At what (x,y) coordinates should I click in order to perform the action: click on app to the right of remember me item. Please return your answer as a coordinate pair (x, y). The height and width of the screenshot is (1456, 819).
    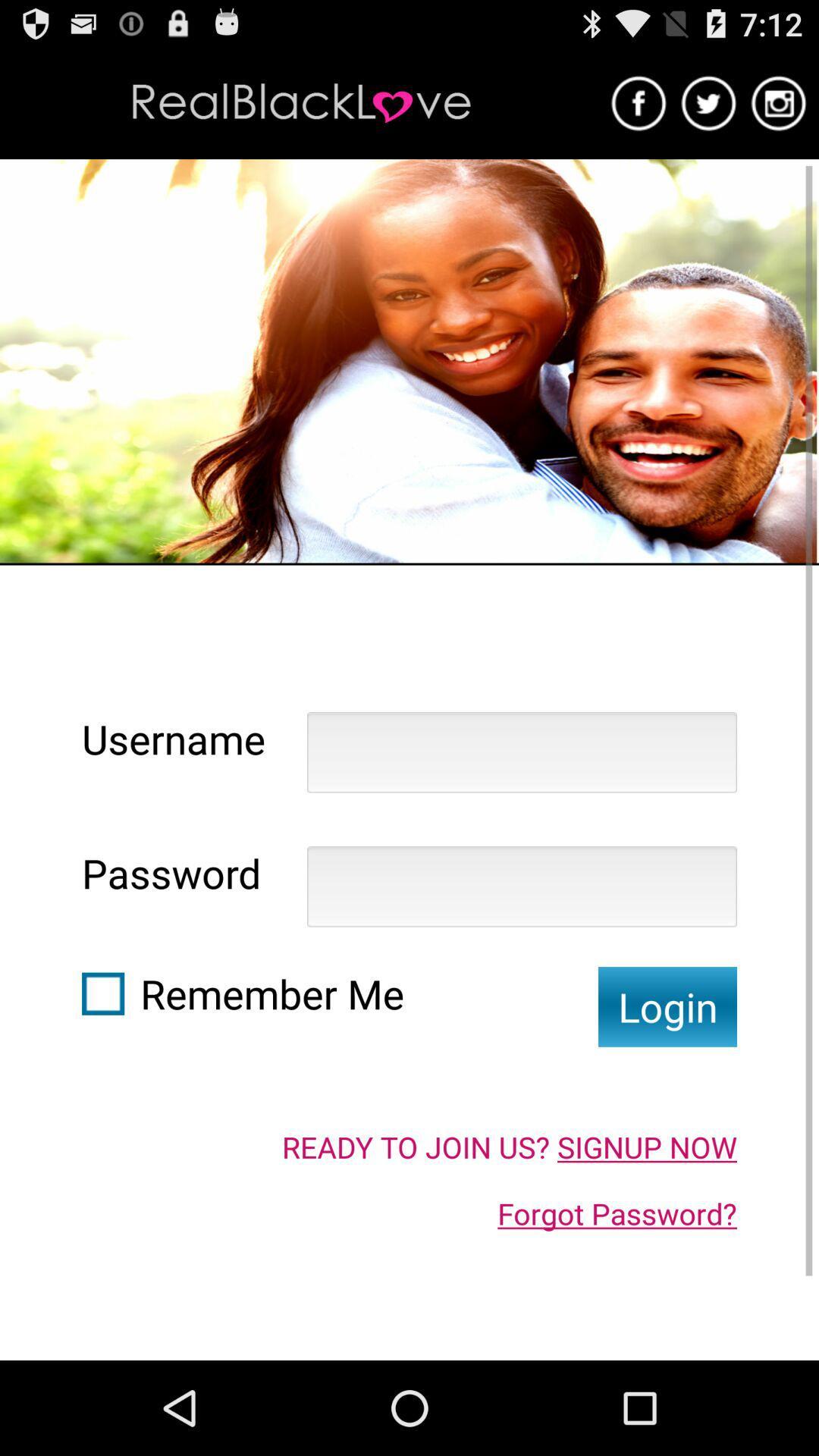
    Looking at the image, I should click on (667, 1006).